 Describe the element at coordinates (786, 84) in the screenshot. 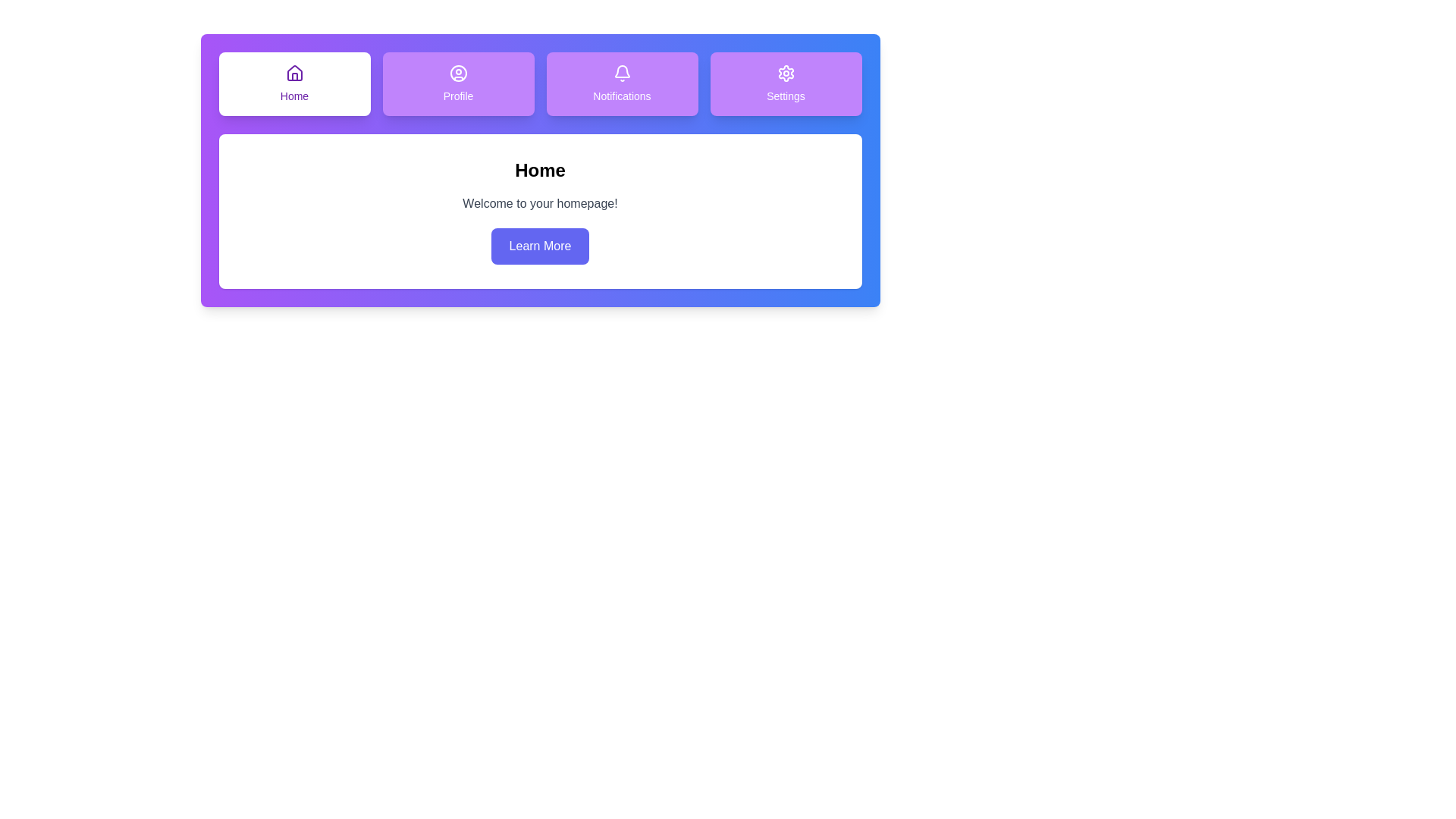

I see `the tab icon corresponding to Settings` at that location.